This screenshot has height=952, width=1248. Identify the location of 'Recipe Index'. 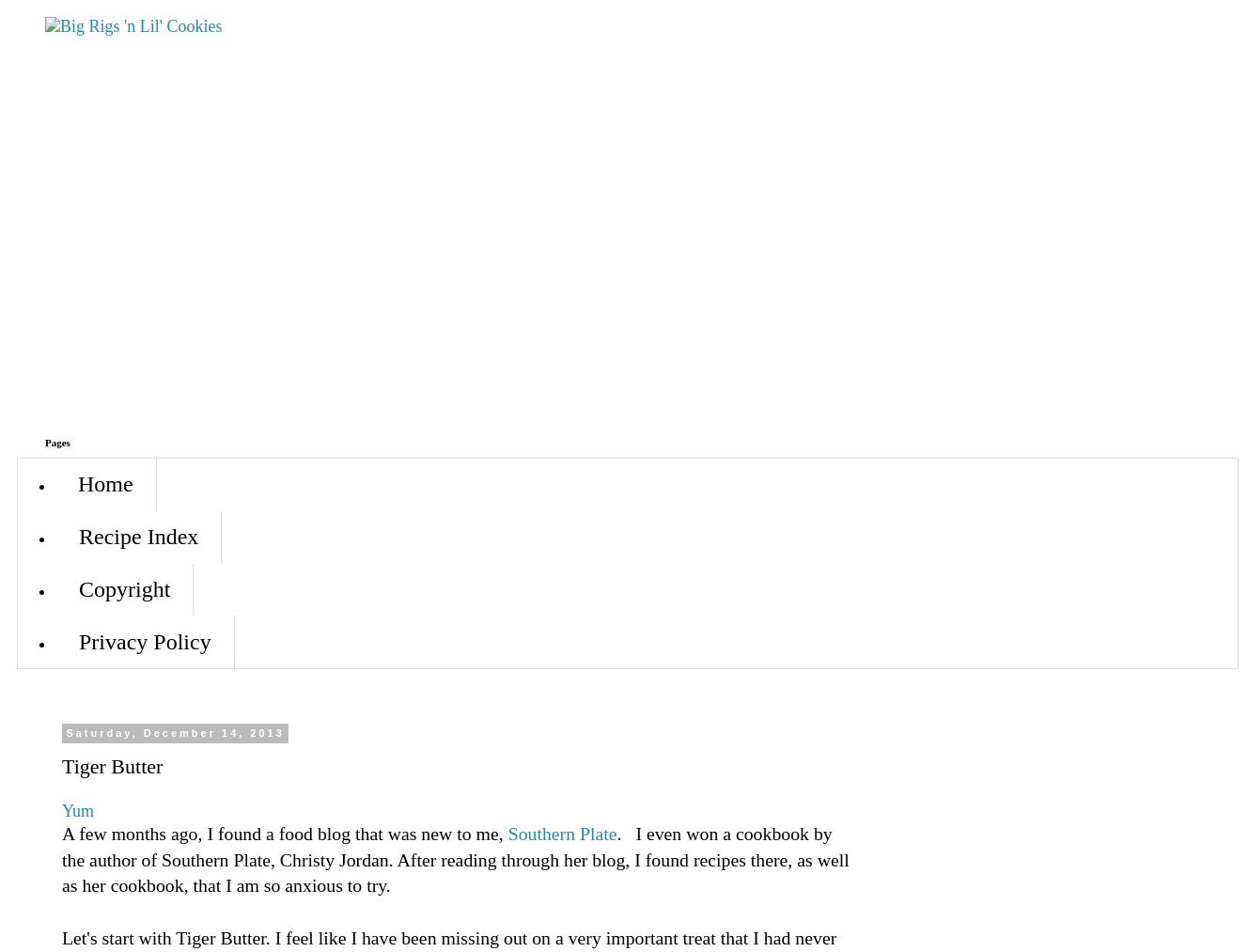
(79, 537).